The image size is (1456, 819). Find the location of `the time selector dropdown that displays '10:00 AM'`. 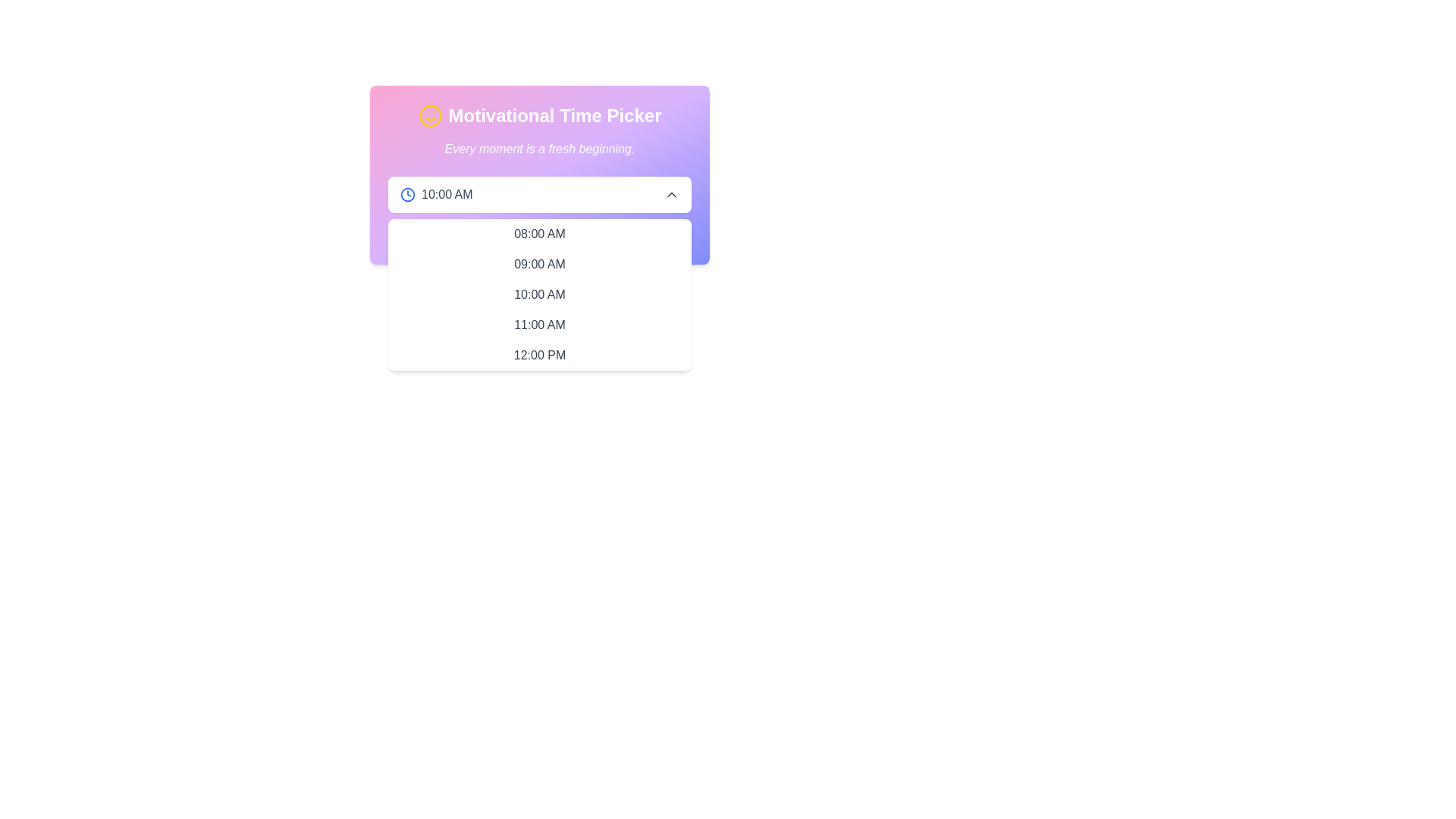

the time selector dropdown that displays '10:00 AM' is located at coordinates (539, 194).